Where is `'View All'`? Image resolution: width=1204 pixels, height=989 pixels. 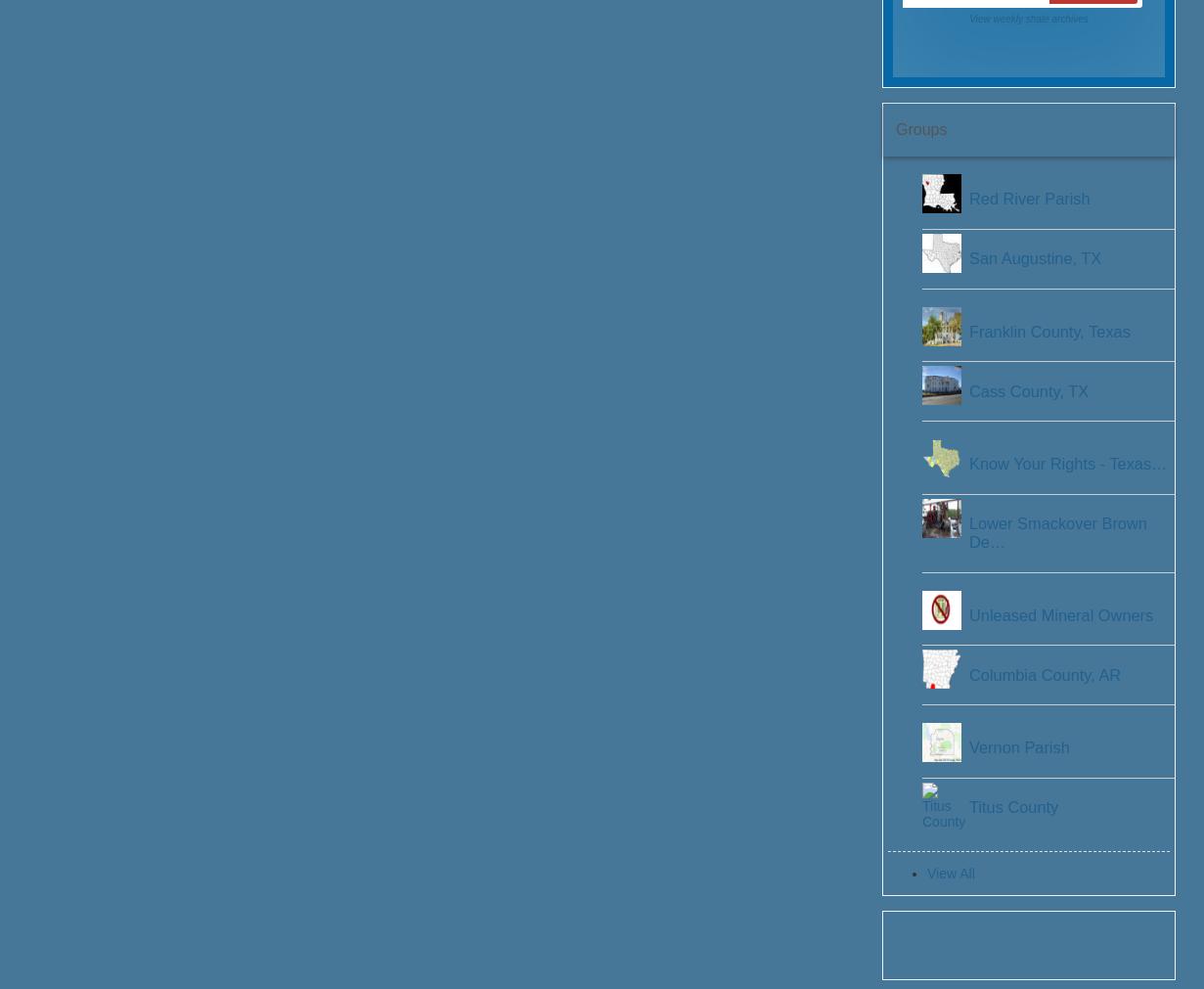
'View All' is located at coordinates (949, 873).